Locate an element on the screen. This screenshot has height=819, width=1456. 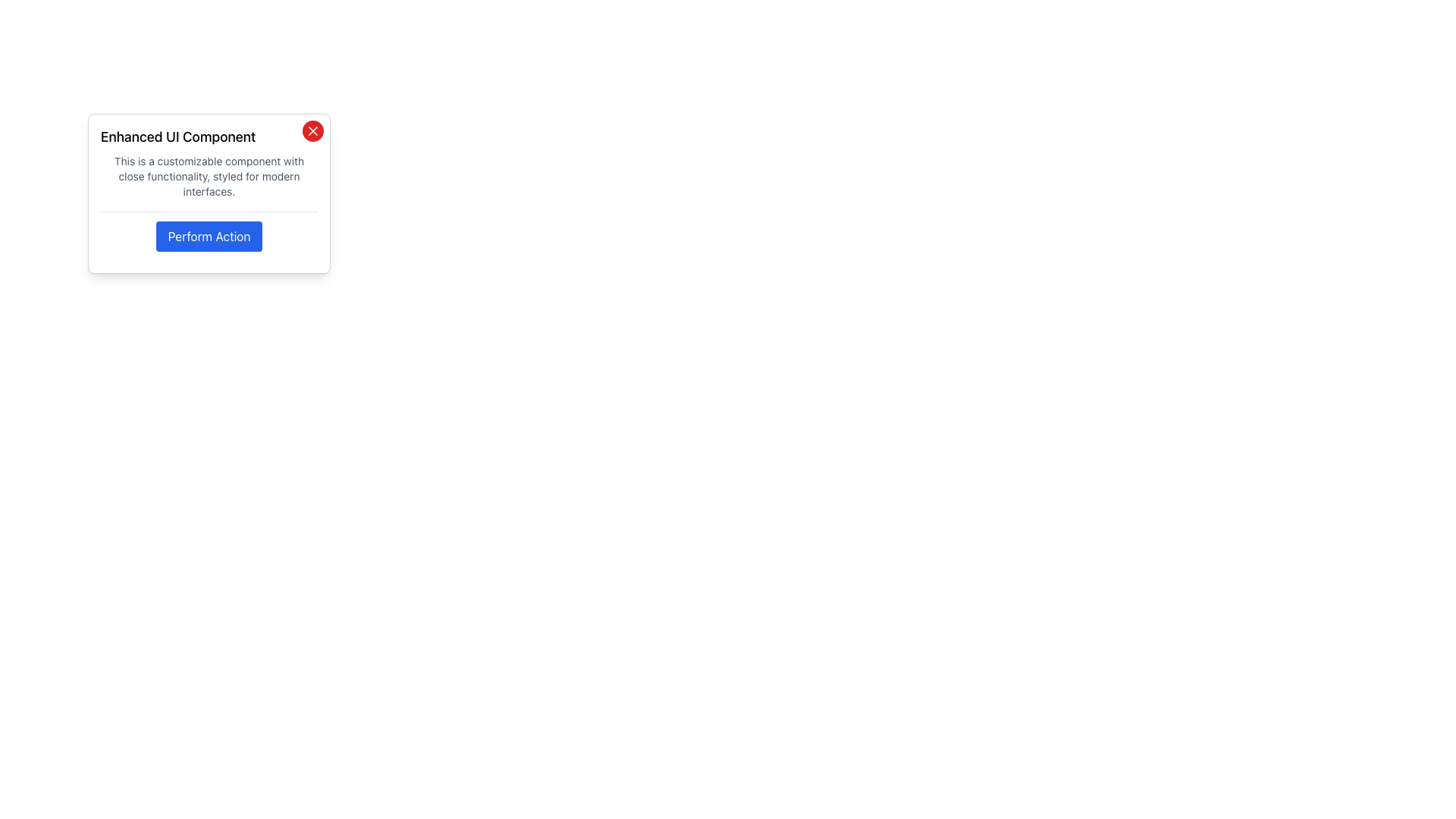
the circular red close button with a white 'X' icon located at the top-right corner of the card interface is located at coordinates (312, 130).